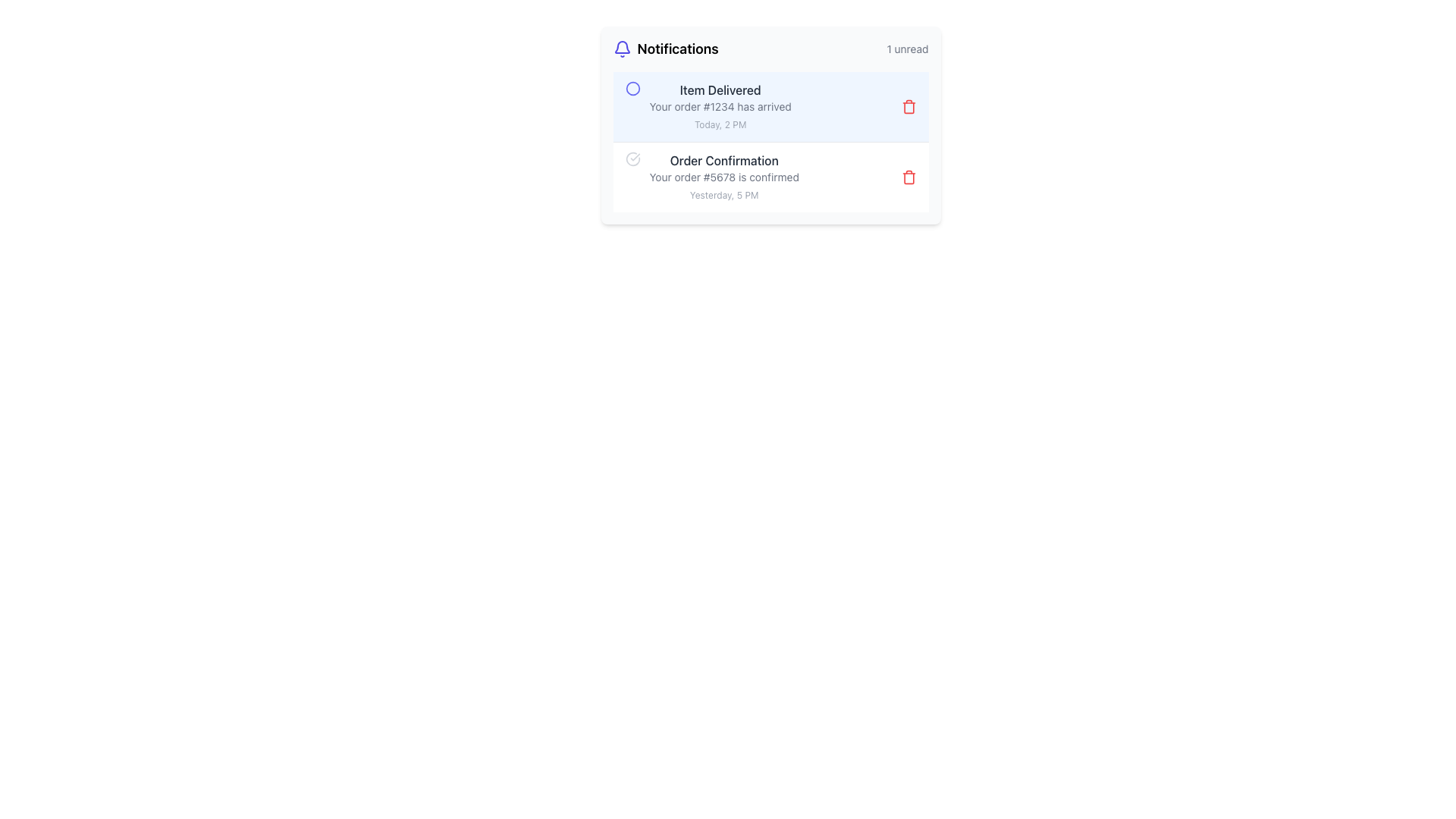  Describe the element at coordinates (907, 49) in the screenshot. I see `displayed text from the unread notifications count label positioned to the far-right of the 'Notifications' title in the header section of the notifications panel` at that location.